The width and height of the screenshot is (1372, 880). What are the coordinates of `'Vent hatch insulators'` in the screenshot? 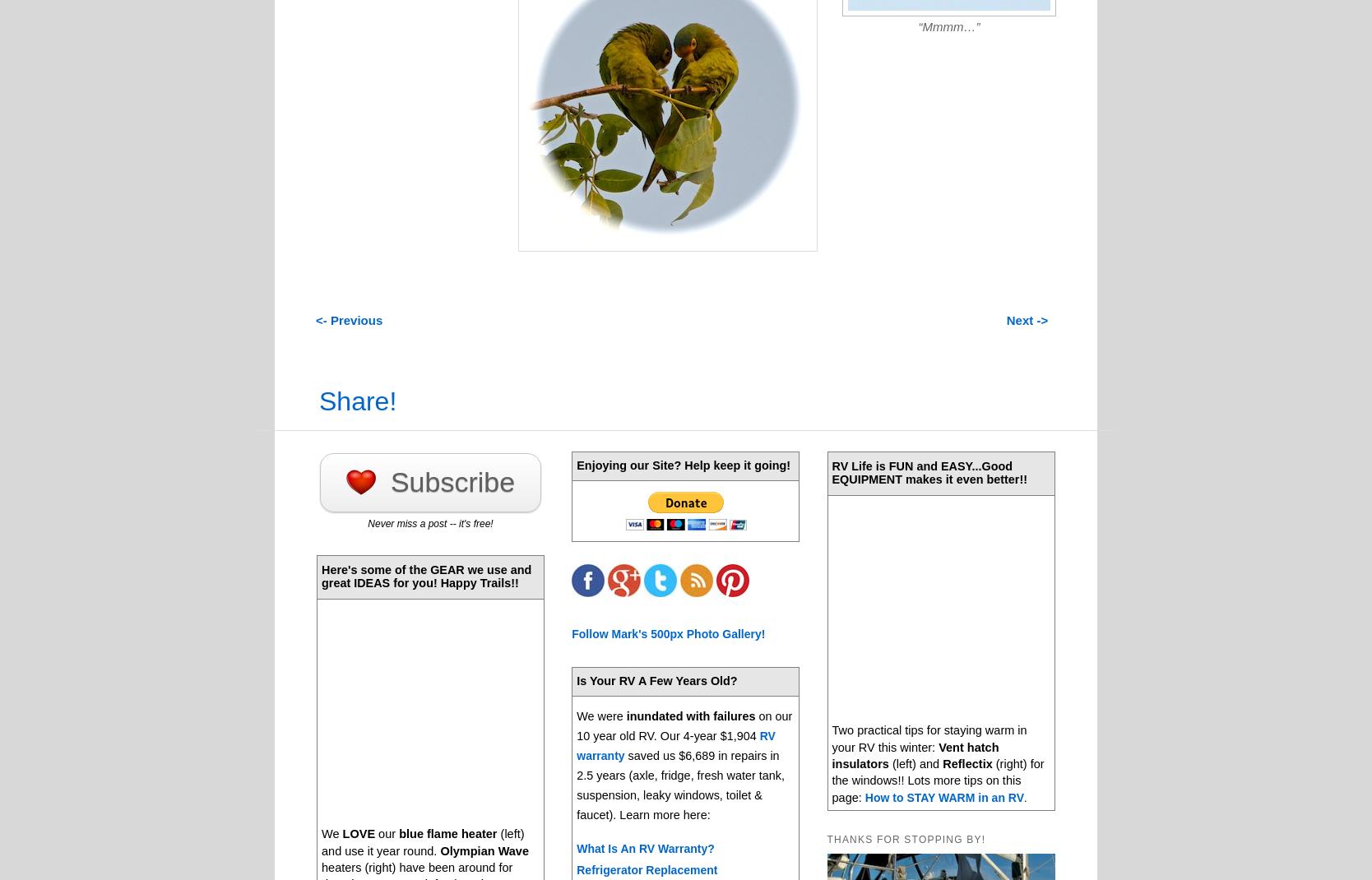 It's located at (915, 753).